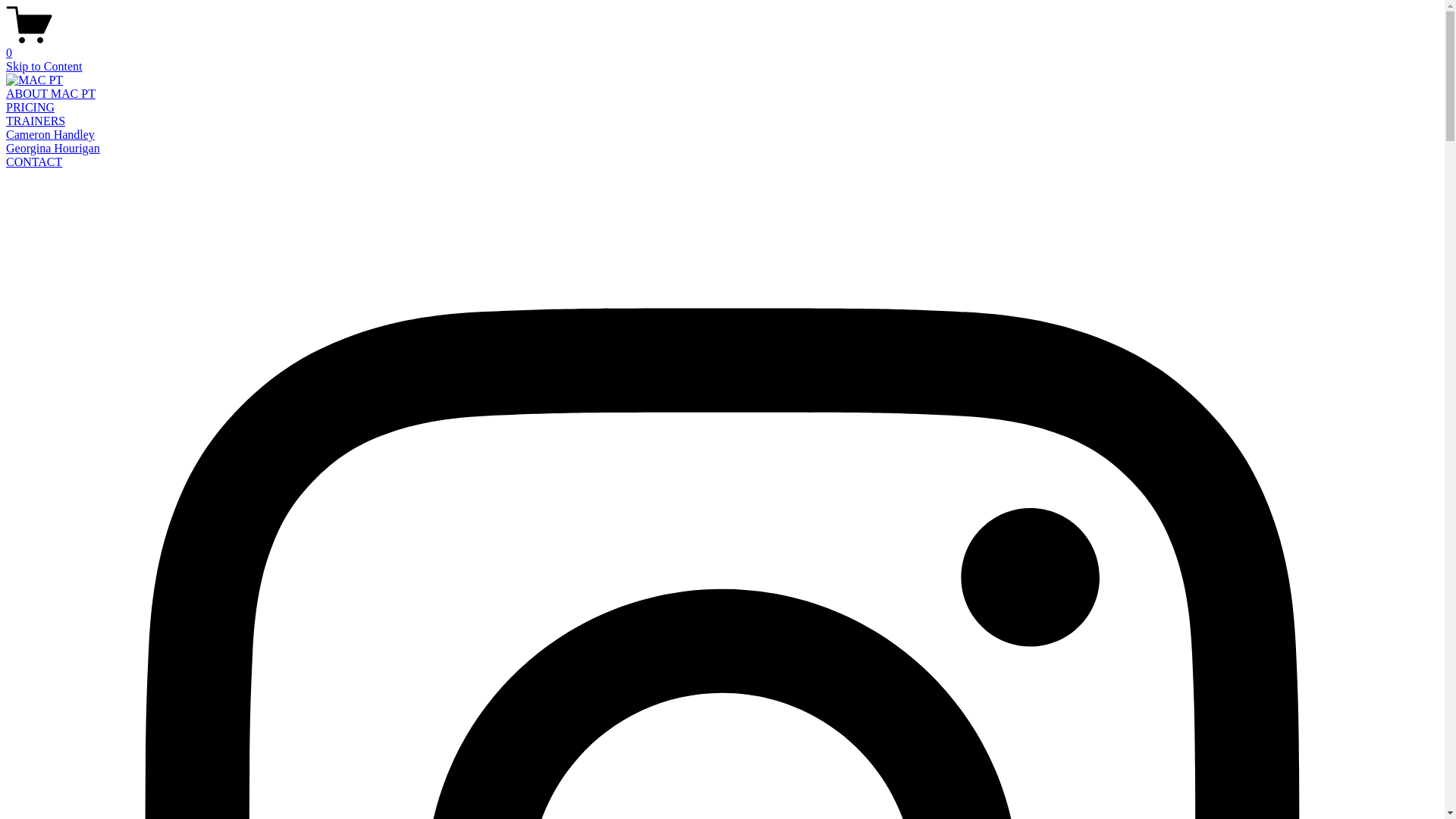 This screenshot has width=1456, height=819. What do you see at coordinates (36, 120) in the screenshot?
I see `'TRAINERS'` at bounding box center [36, 120].